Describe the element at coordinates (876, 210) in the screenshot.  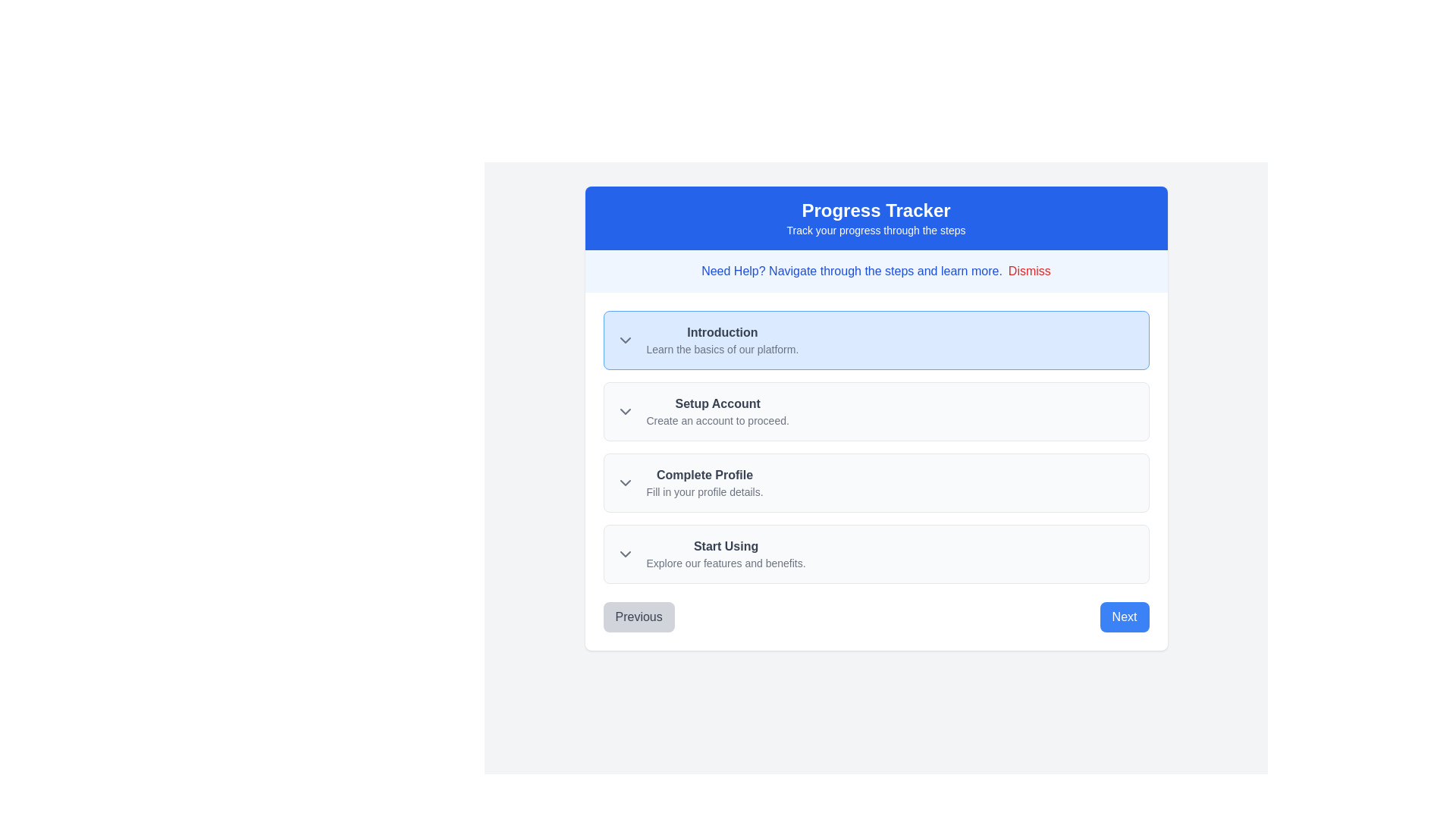
I see `the static text element that serves as the title of the interface section, located in the blue header block at the top, centered above the descriptive text 'Track your progress through the steps.'` at that location.